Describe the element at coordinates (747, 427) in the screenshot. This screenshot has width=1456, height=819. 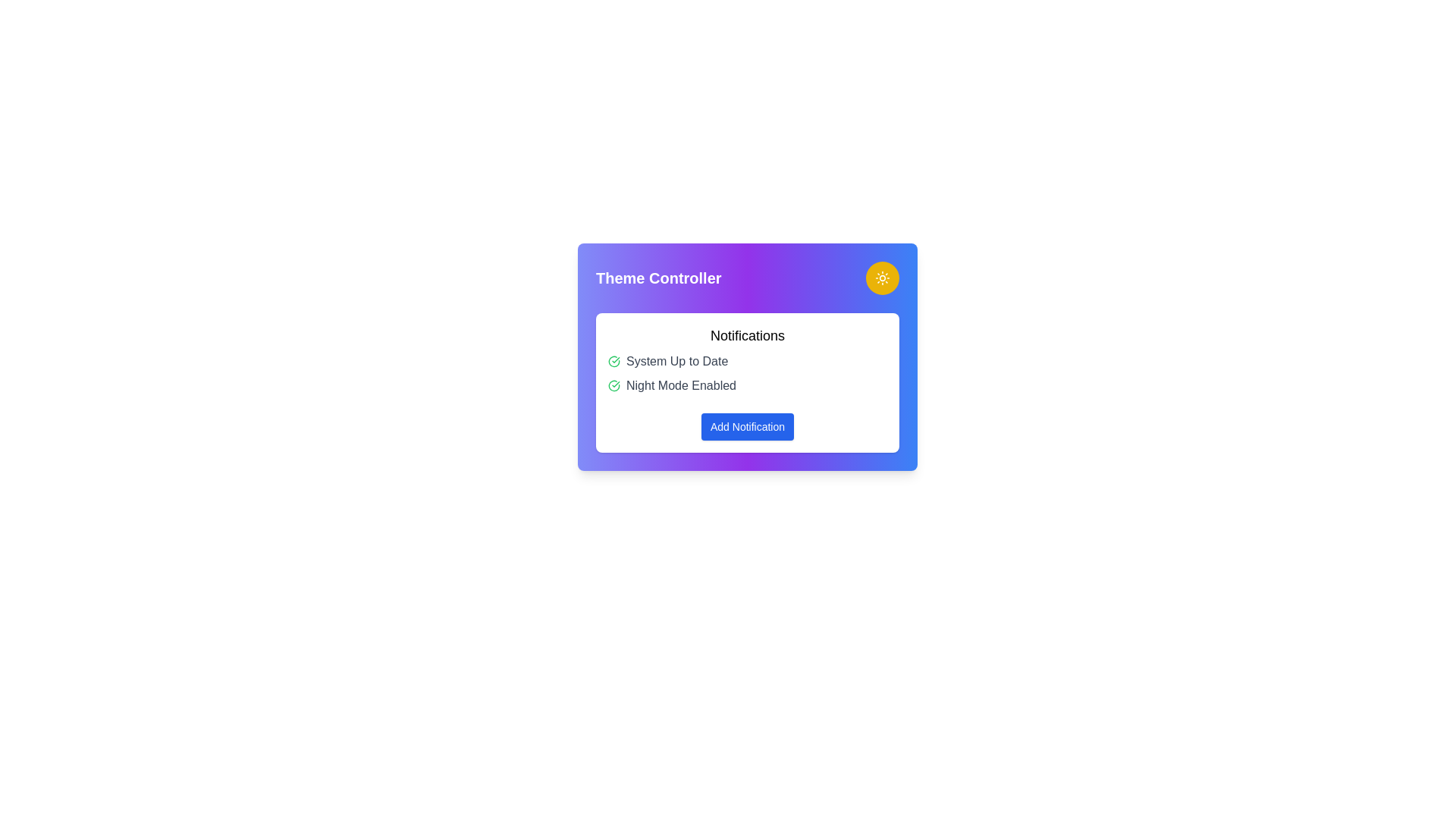
I see `the button located at the bottom center of the 'Notifications' card, which is used to trigger the action for adding a new notification and is positioned directly below the text 'Night Mode Enabled'` at that location.